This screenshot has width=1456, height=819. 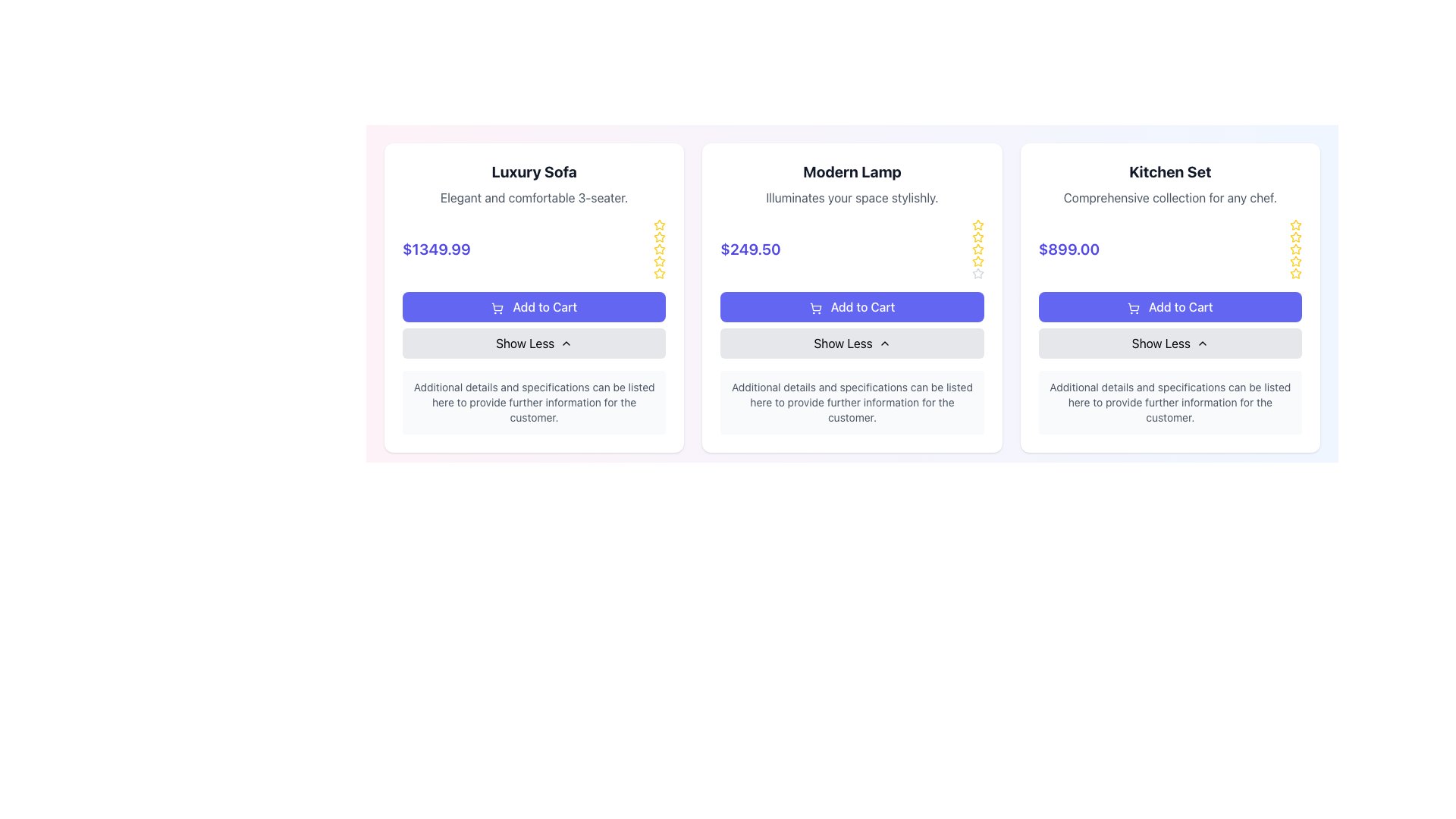 I want to click on the fourth star icon, so click(x=1294, y=248).